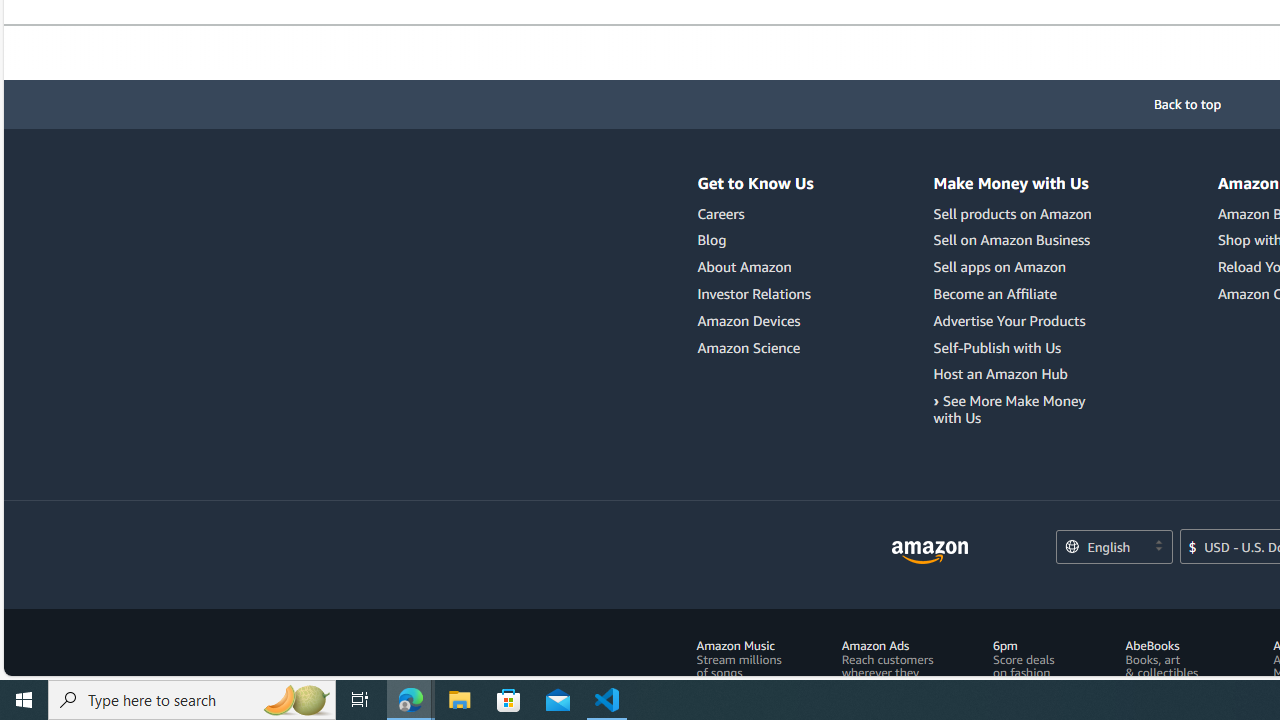 This screenshot has height=720, width=1280. What do you see at coordinates (738, 659) in the screenshot?
I see `'Amazon Music Stream millions of songs'` at bounding box center [738, 659].